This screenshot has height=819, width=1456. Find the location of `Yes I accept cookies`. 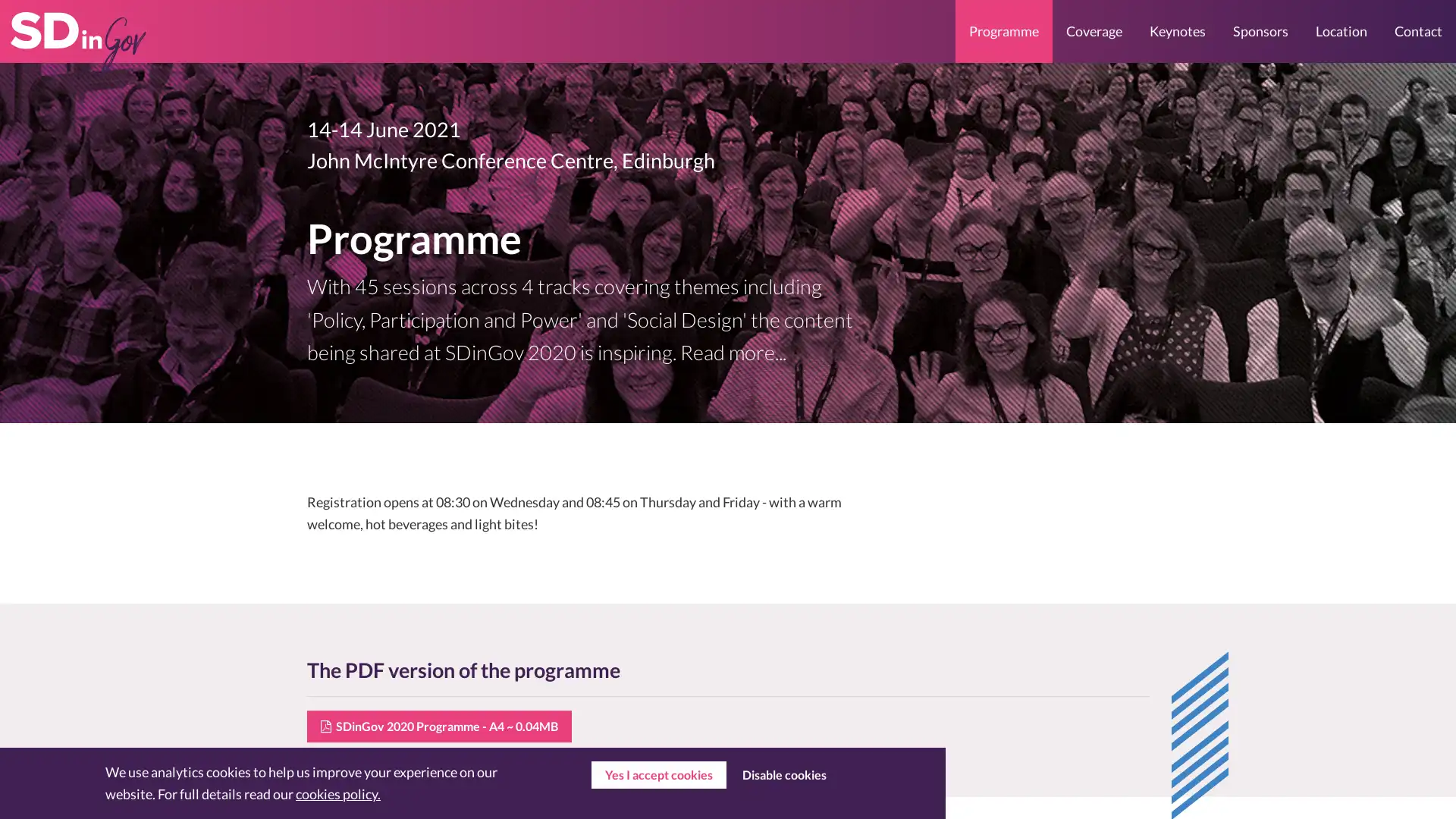

Yes I accept cookies is located at coordinates (658, 775).